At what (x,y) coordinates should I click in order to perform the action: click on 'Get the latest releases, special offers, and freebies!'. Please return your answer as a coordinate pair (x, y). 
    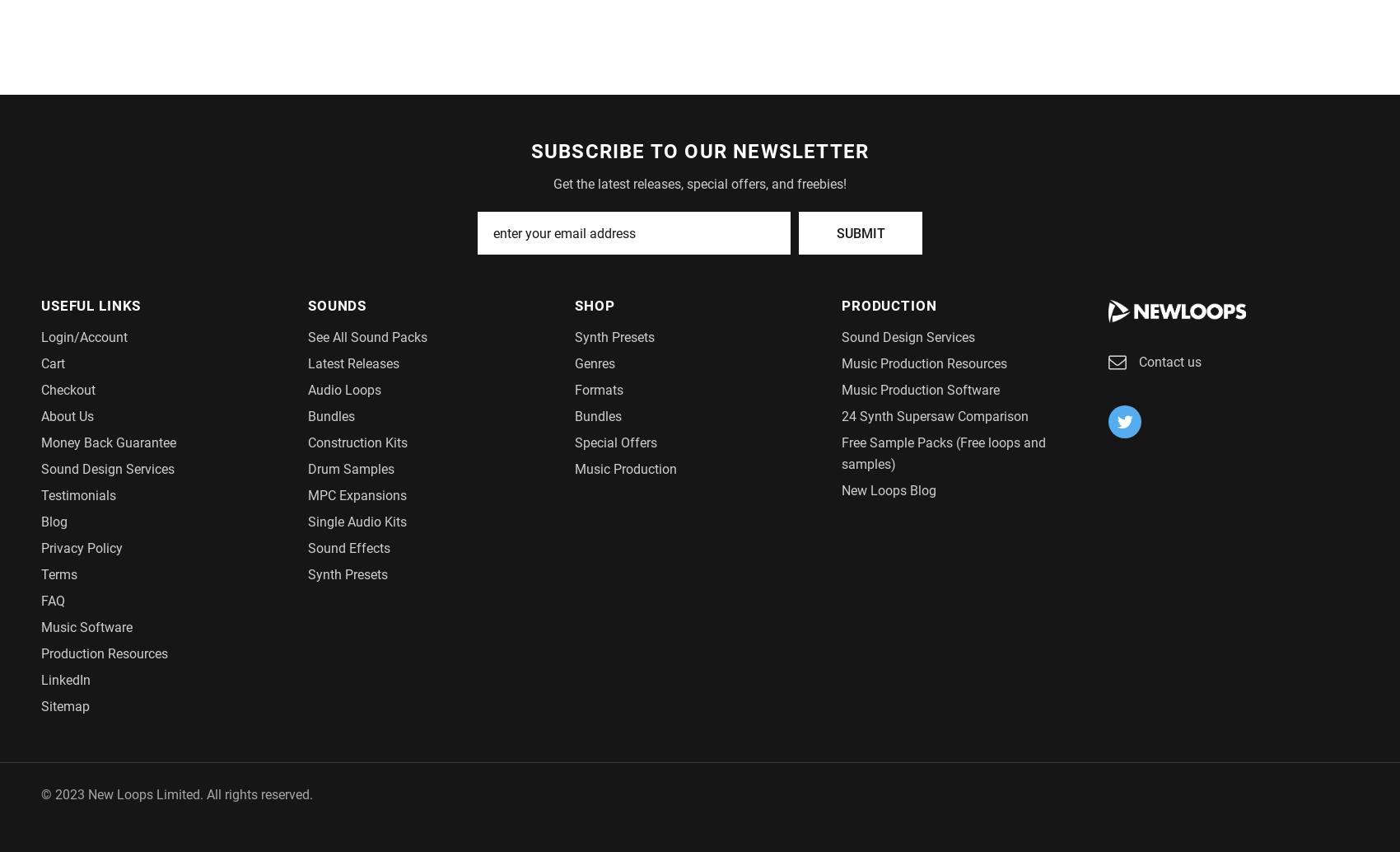
    Looking at the image, I should click on (700, 183).